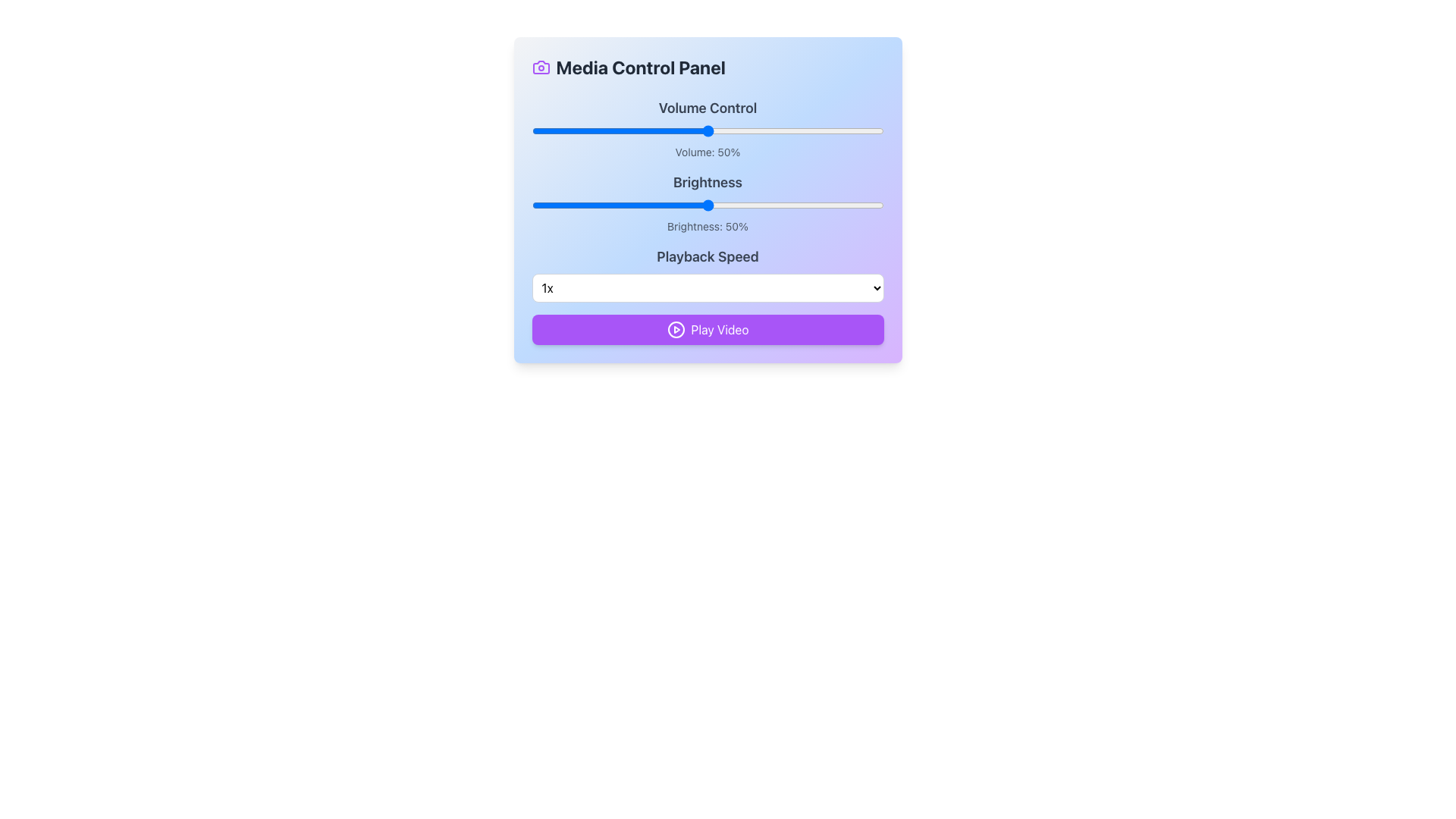  Describe the element at coordinates (707, 152) in the screenshot. I see `the static text label displaying the current volume percentage of 50% located beneath the volume slider in the 'Volume Control' section` at that location.